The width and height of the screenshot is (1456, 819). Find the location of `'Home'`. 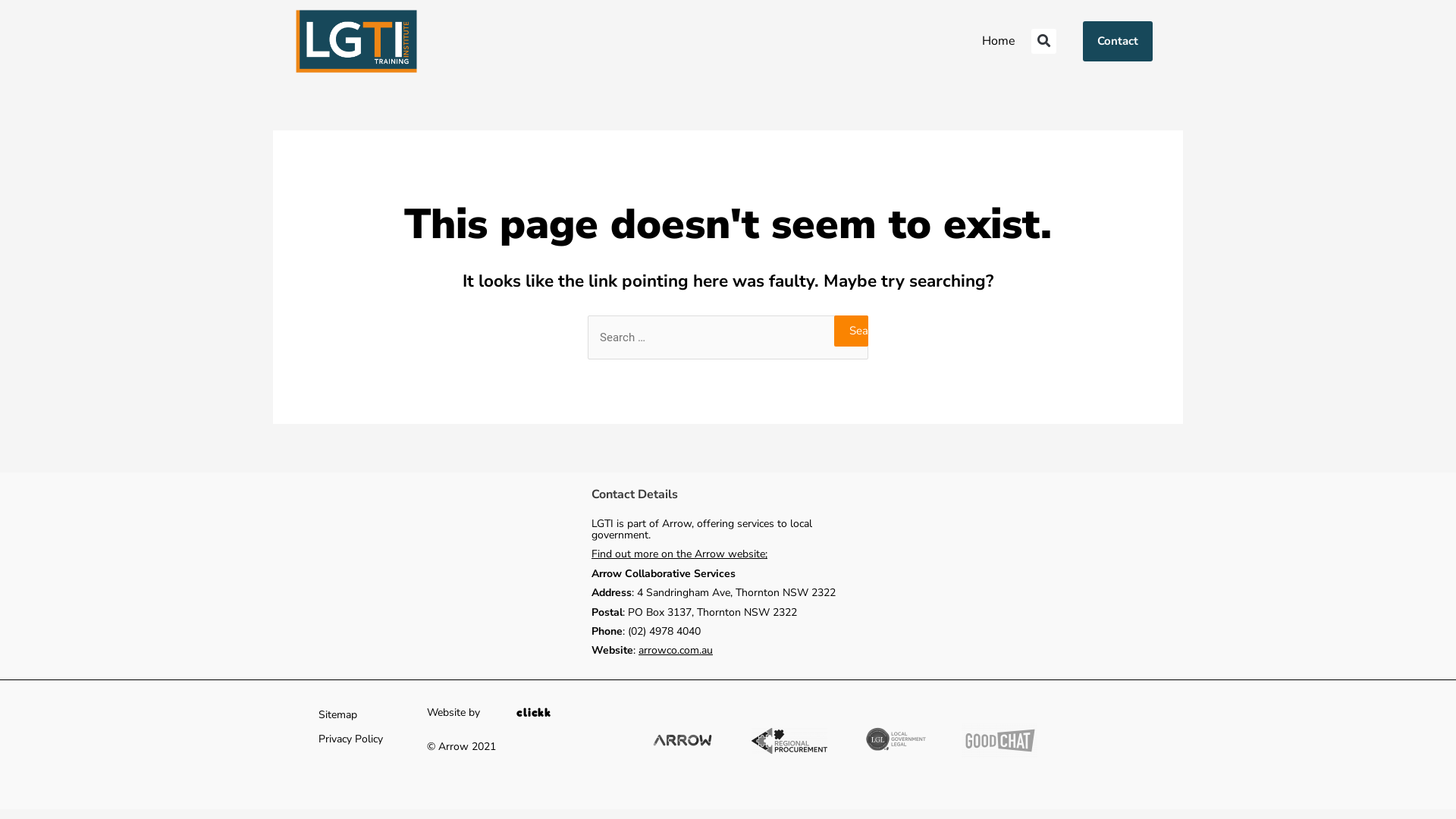

'Home' is located at coordinates (998, 40).